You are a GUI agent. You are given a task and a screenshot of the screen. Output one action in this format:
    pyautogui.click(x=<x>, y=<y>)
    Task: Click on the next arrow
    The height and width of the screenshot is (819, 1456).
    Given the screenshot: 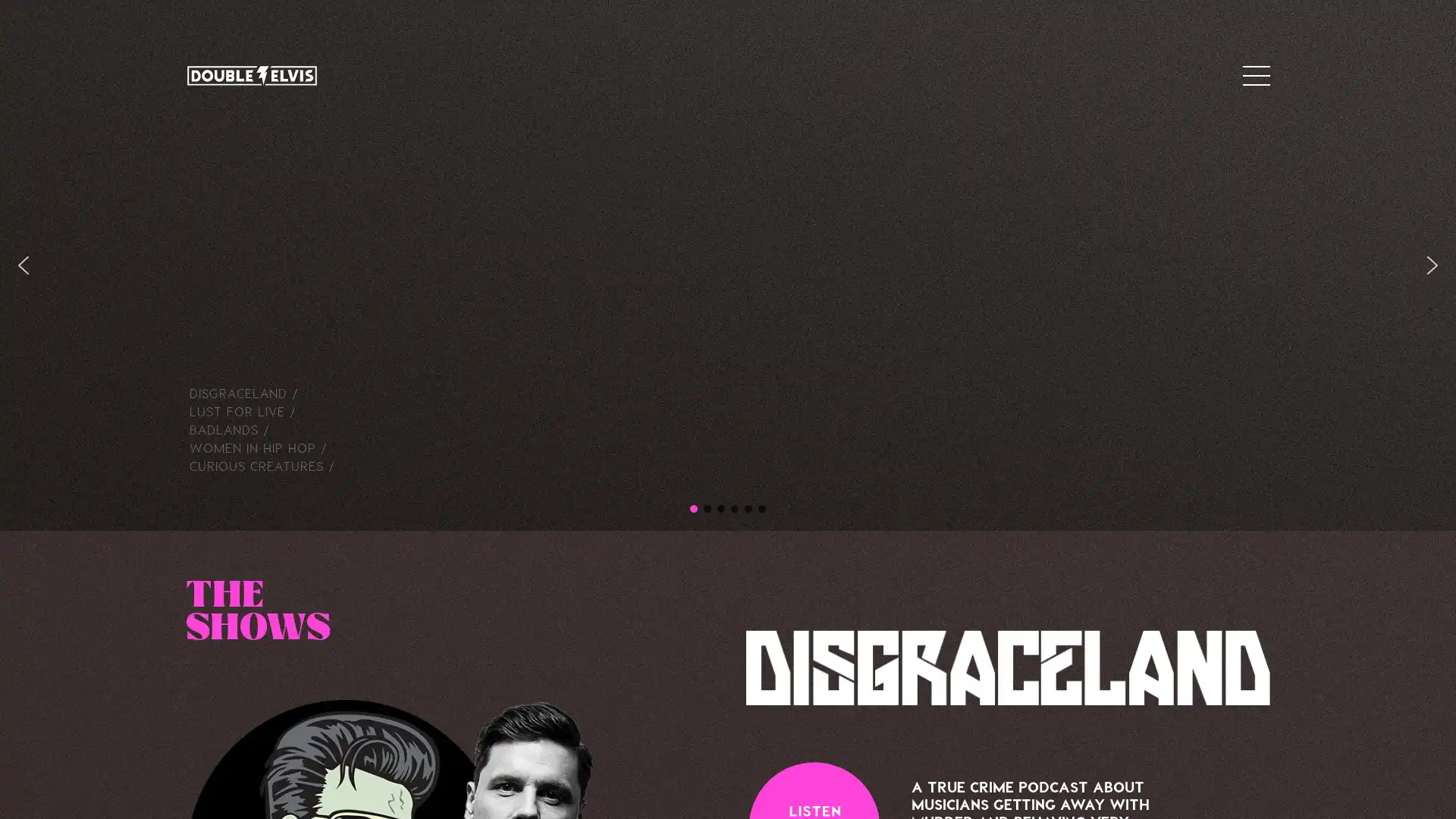 What is the action you would take?
    pyautogui.click(x=1432, y=265)
    